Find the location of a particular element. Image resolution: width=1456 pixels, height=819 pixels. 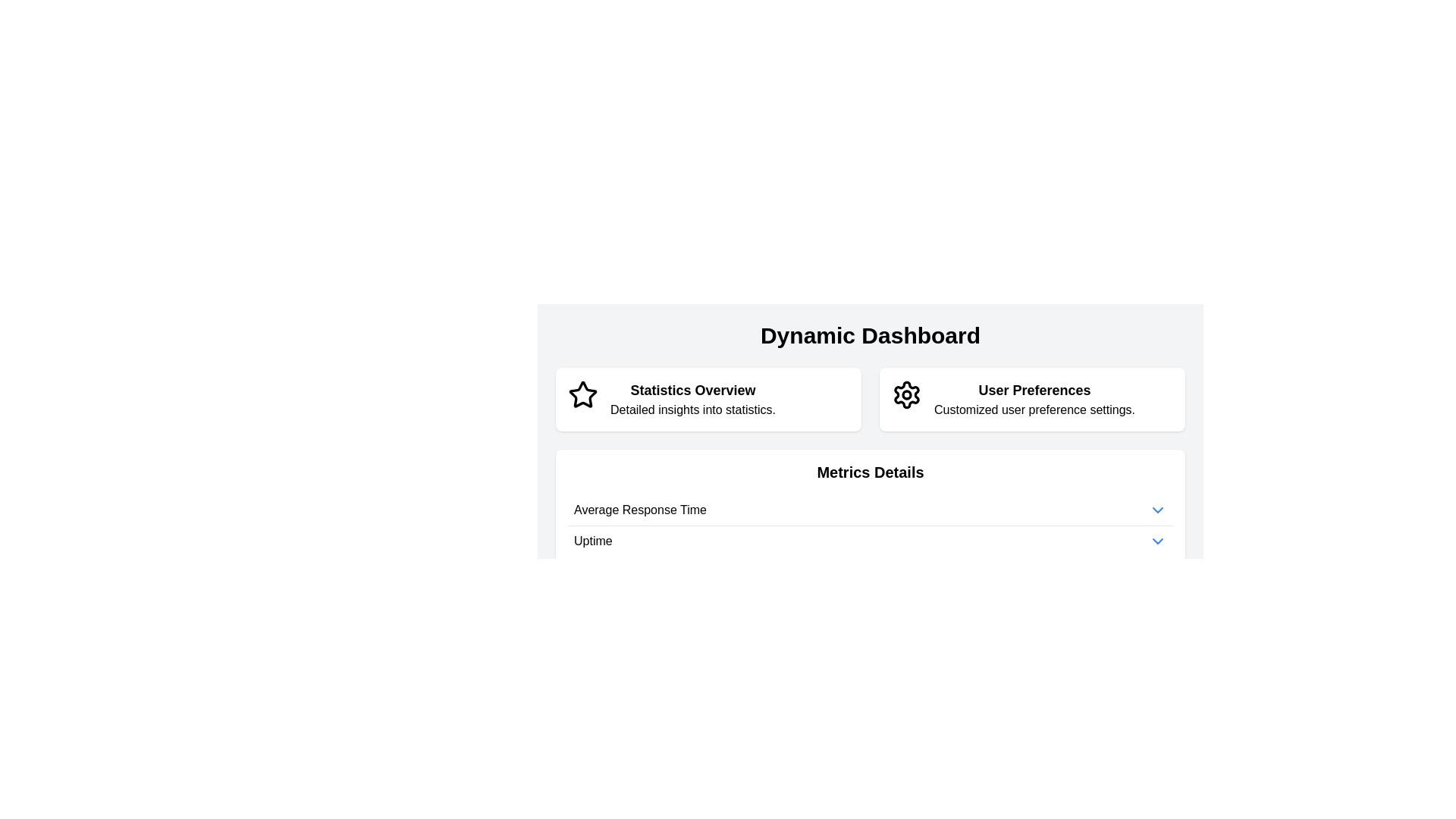

the star icon located in the center-left portion of the 'Statistics Overview' card is located at coordinates (582, 394).